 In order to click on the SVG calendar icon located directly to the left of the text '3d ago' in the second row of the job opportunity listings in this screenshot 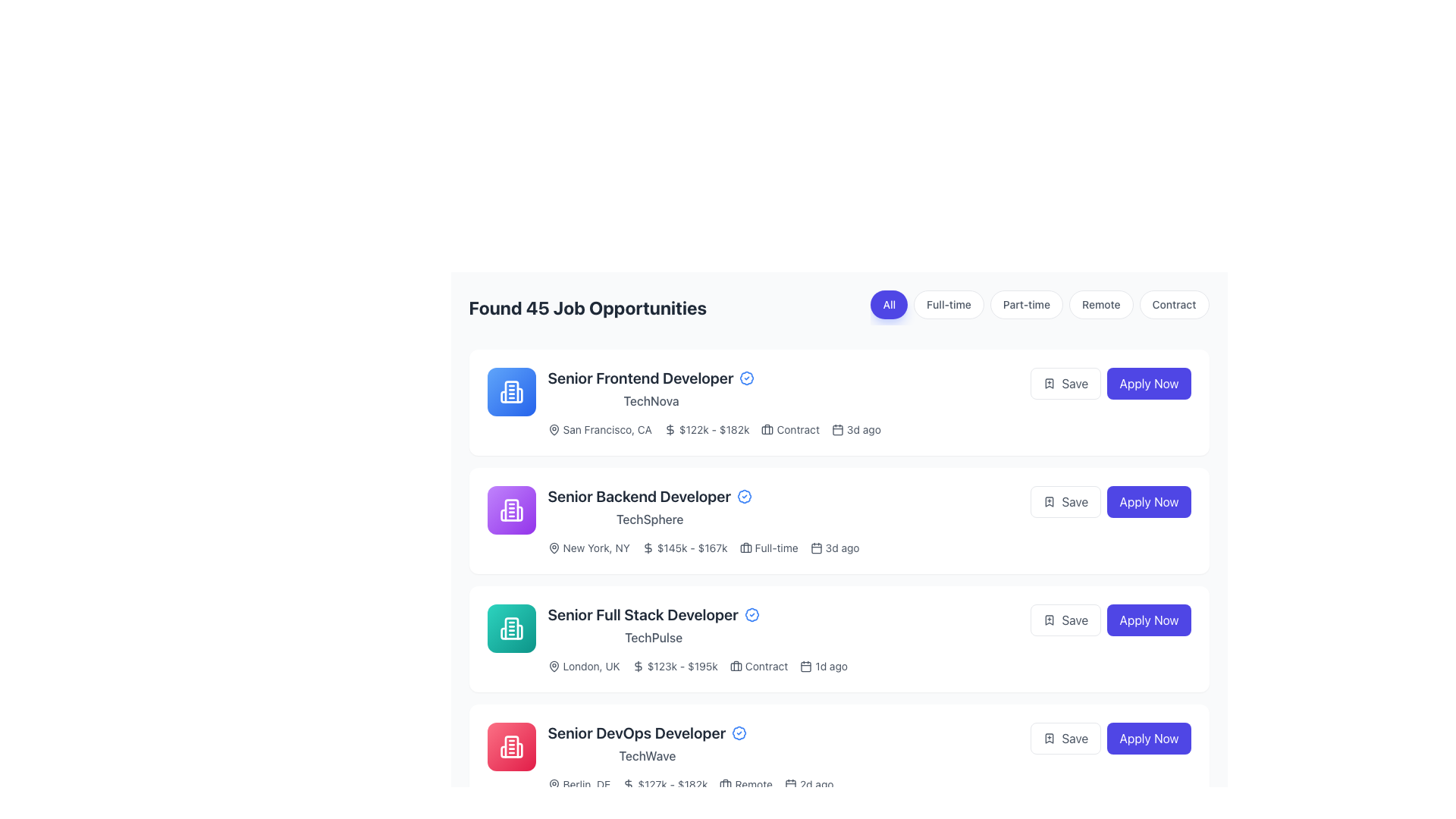, I will do `click(815, 548)`.